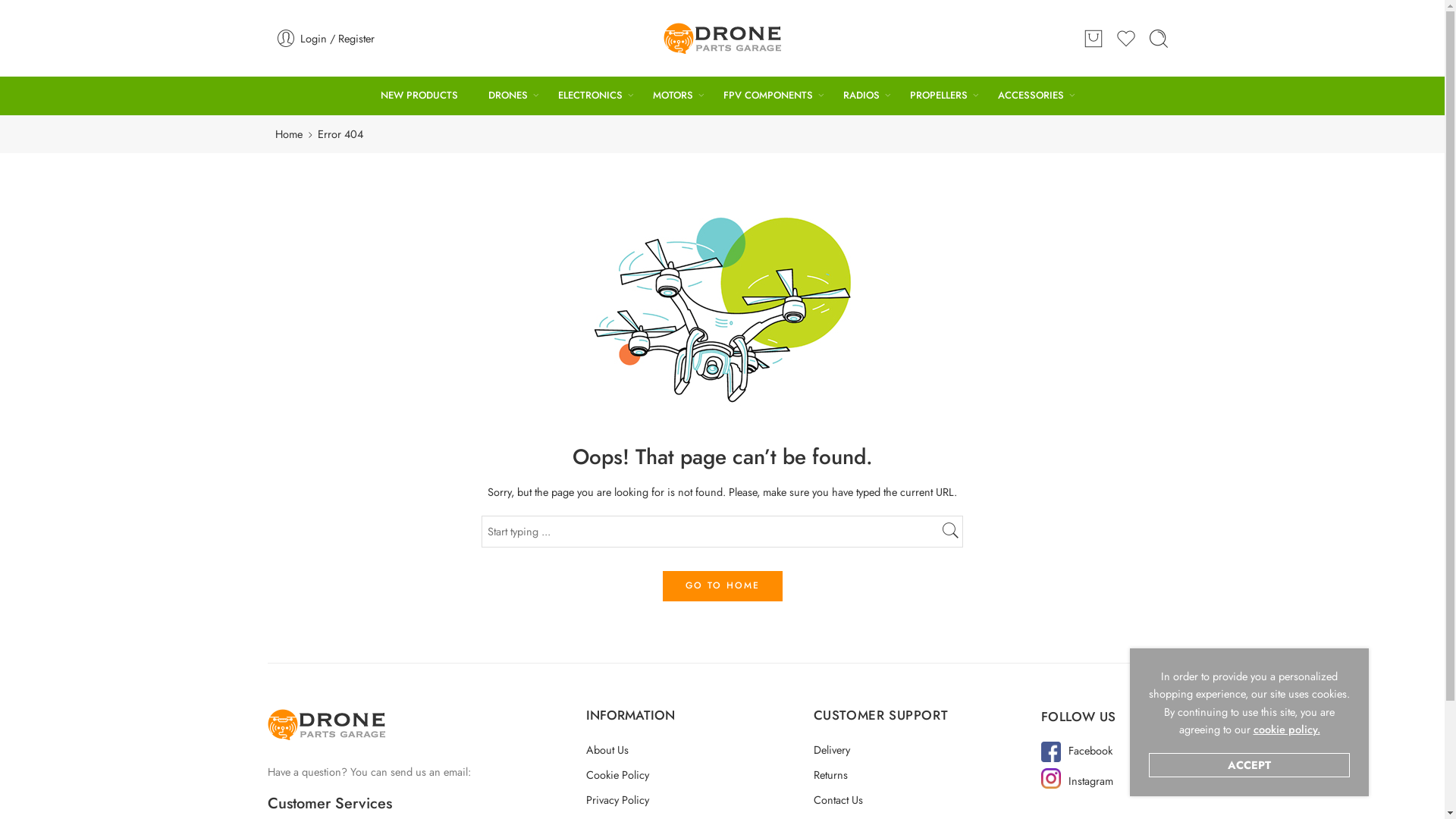 This screenshot has width=1456, height=819. Describe the element at coordinates (1031, 96) in the screenshot. I see `'ACCESSORIES'` at that location.